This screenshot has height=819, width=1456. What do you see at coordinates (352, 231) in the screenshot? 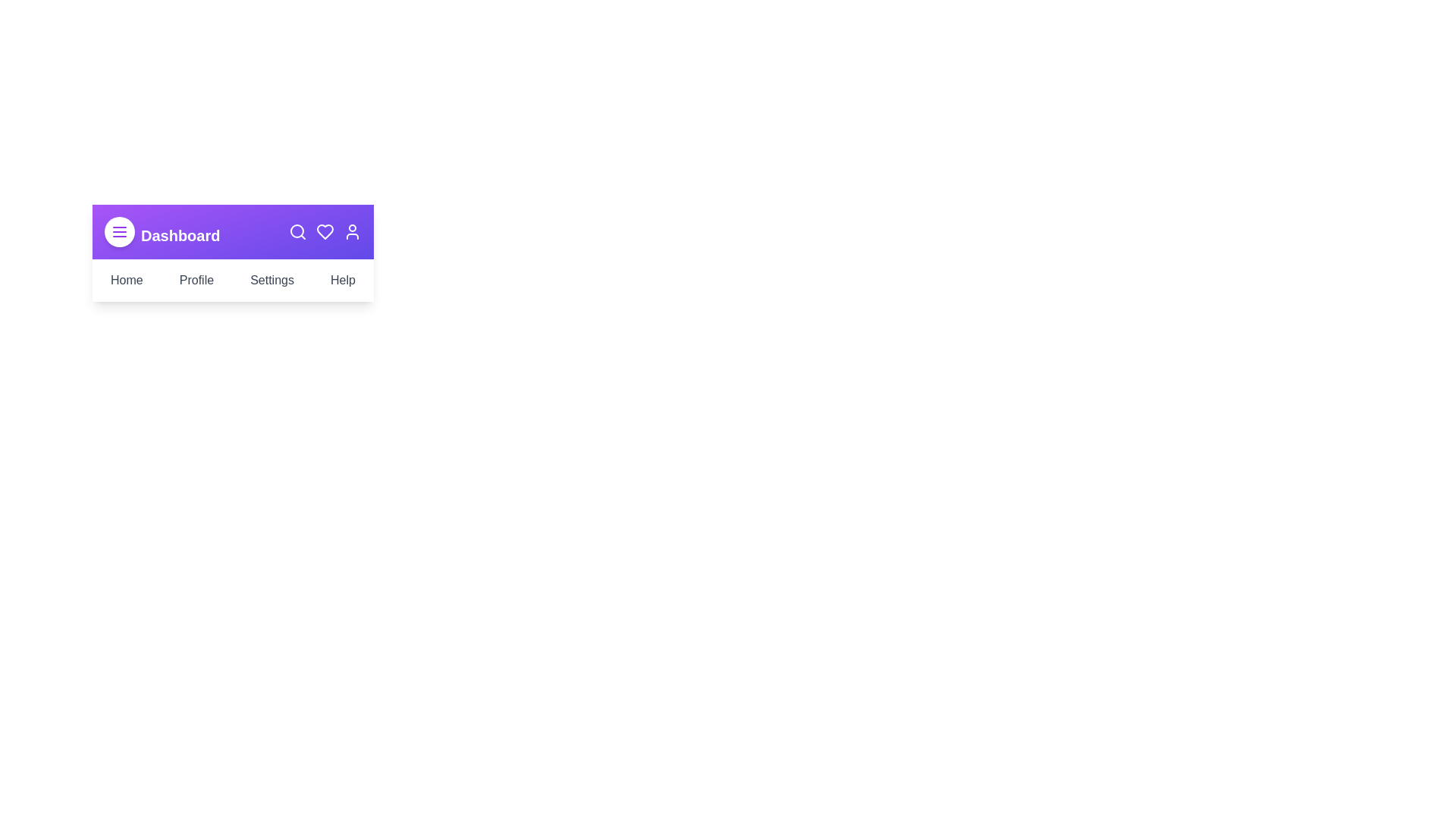
I see `the 'User' icon in the app bar` at bounding box center [352, 231].